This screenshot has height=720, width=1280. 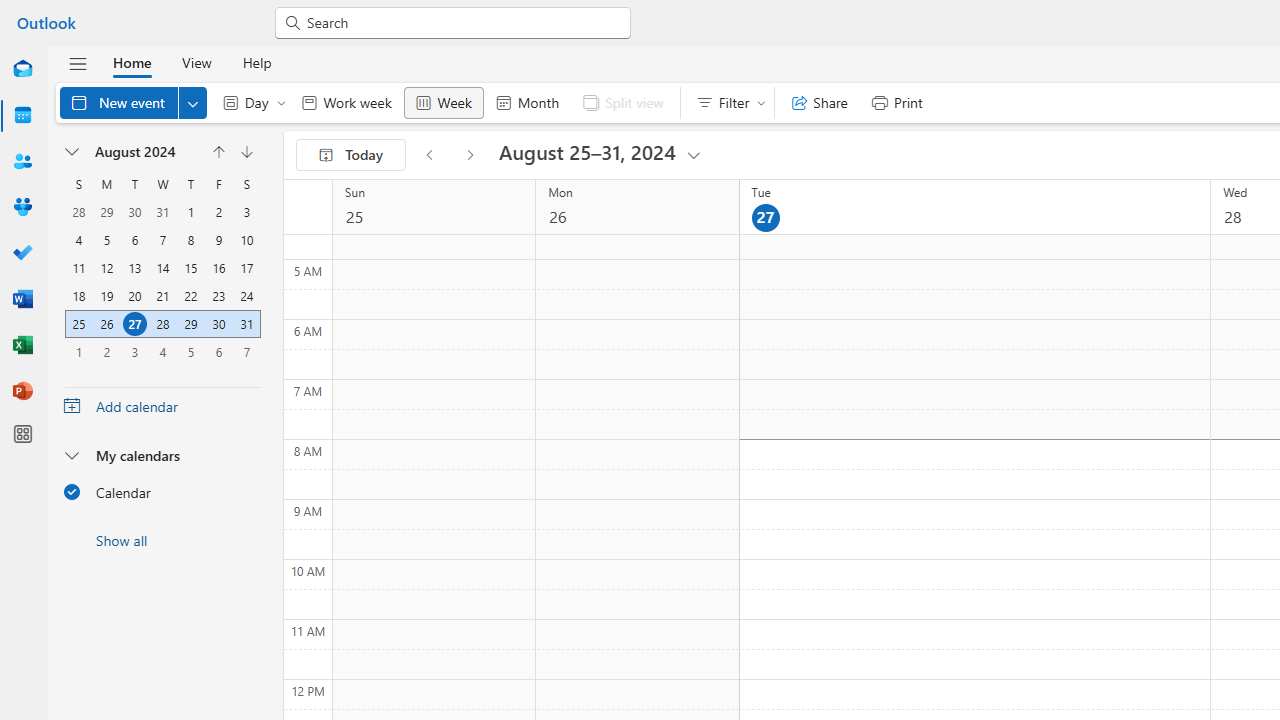 What do you see at coordinates (196, 61) in the screenshot?
I see `'View'` at bounding box center [196, 61].